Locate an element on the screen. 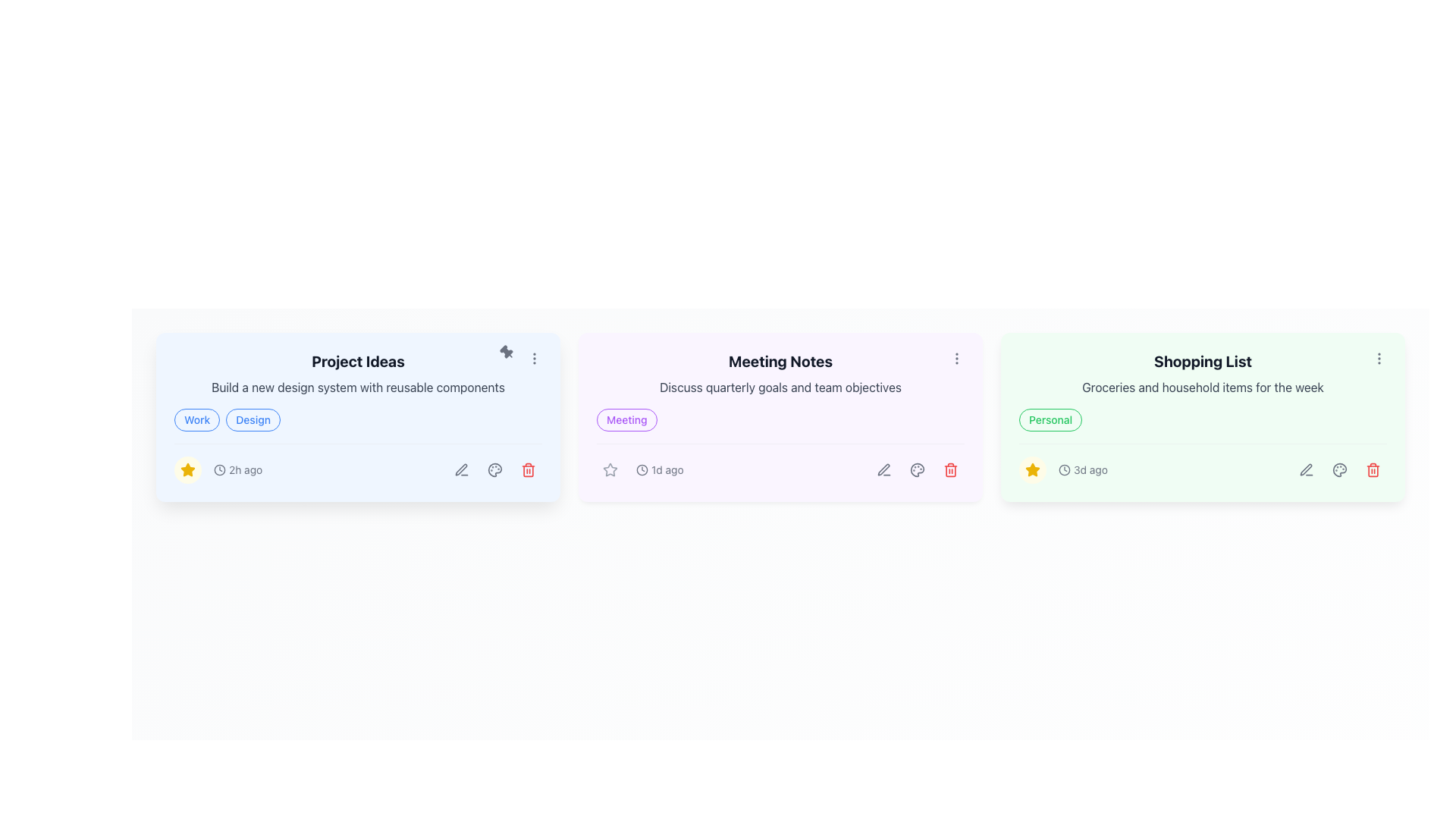 This screenshot has width=1456, height=819. the vertical ellipsis button at the top-right corner of the 'Shopping List' card is located at coordinates (1379, 359).